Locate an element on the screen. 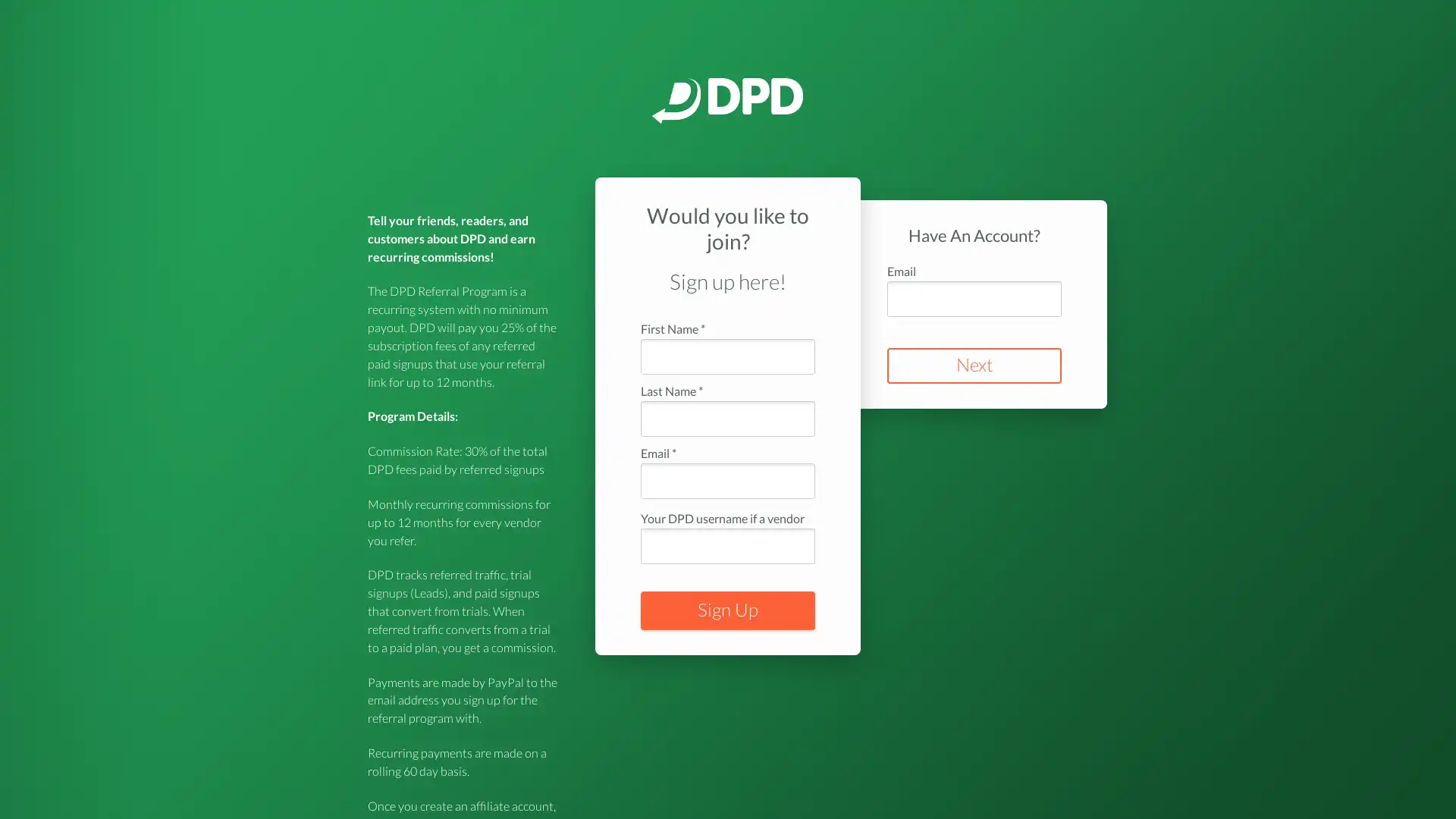 The image size is (1456, 819). Next is located at coordinates (974, 366).